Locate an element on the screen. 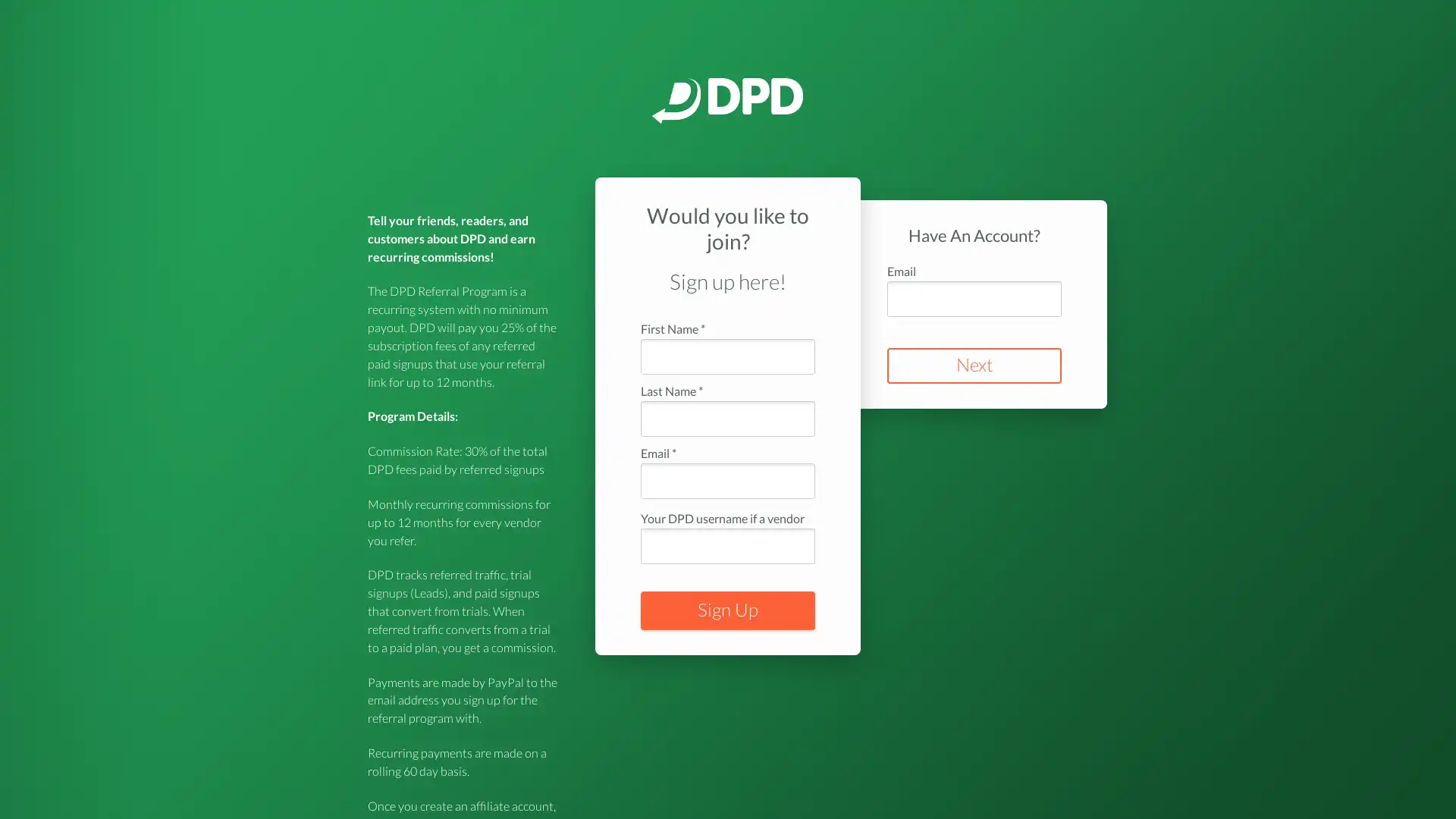 The image size is (1456, 819). Next is located at coordinates (974, 366).